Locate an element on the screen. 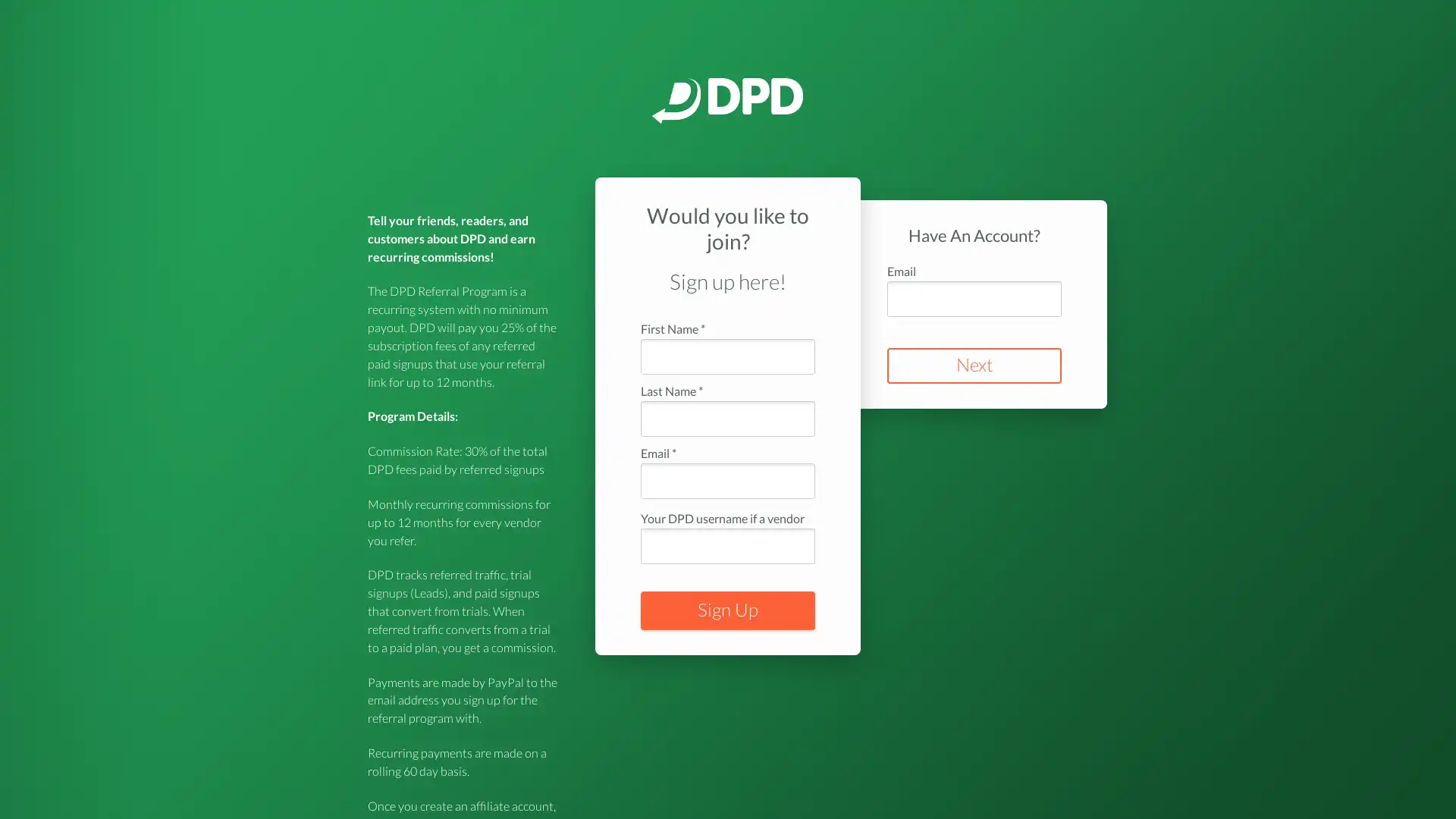 The image size is (1456, 819). Next is located at coordinates (974, 366).